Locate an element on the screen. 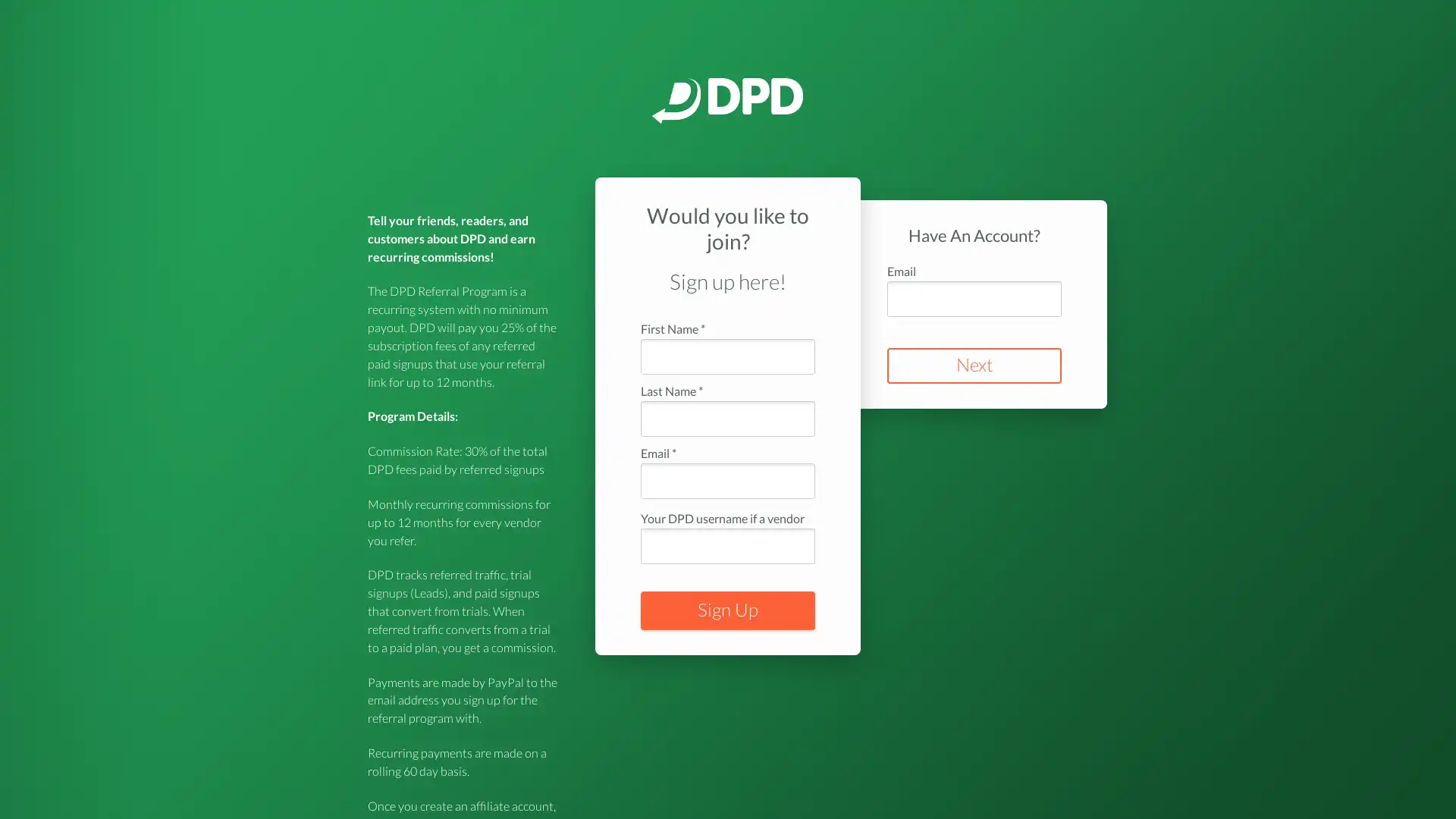 The image size is (1456, 819). Next is located at coordinates (974, 366).